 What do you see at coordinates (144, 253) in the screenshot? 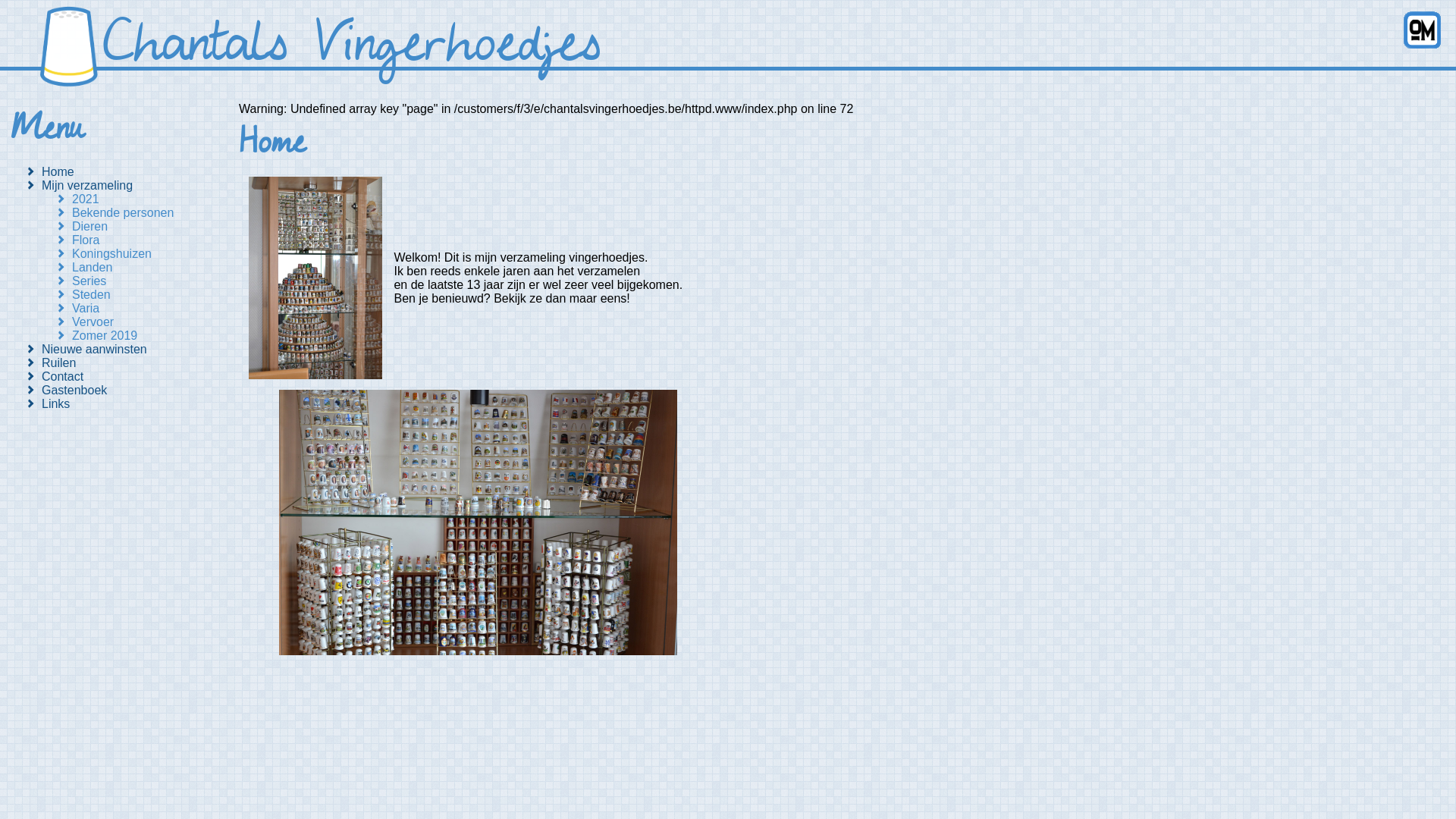
I see `'Koningshuizen'` at bounding box center [144, 253].